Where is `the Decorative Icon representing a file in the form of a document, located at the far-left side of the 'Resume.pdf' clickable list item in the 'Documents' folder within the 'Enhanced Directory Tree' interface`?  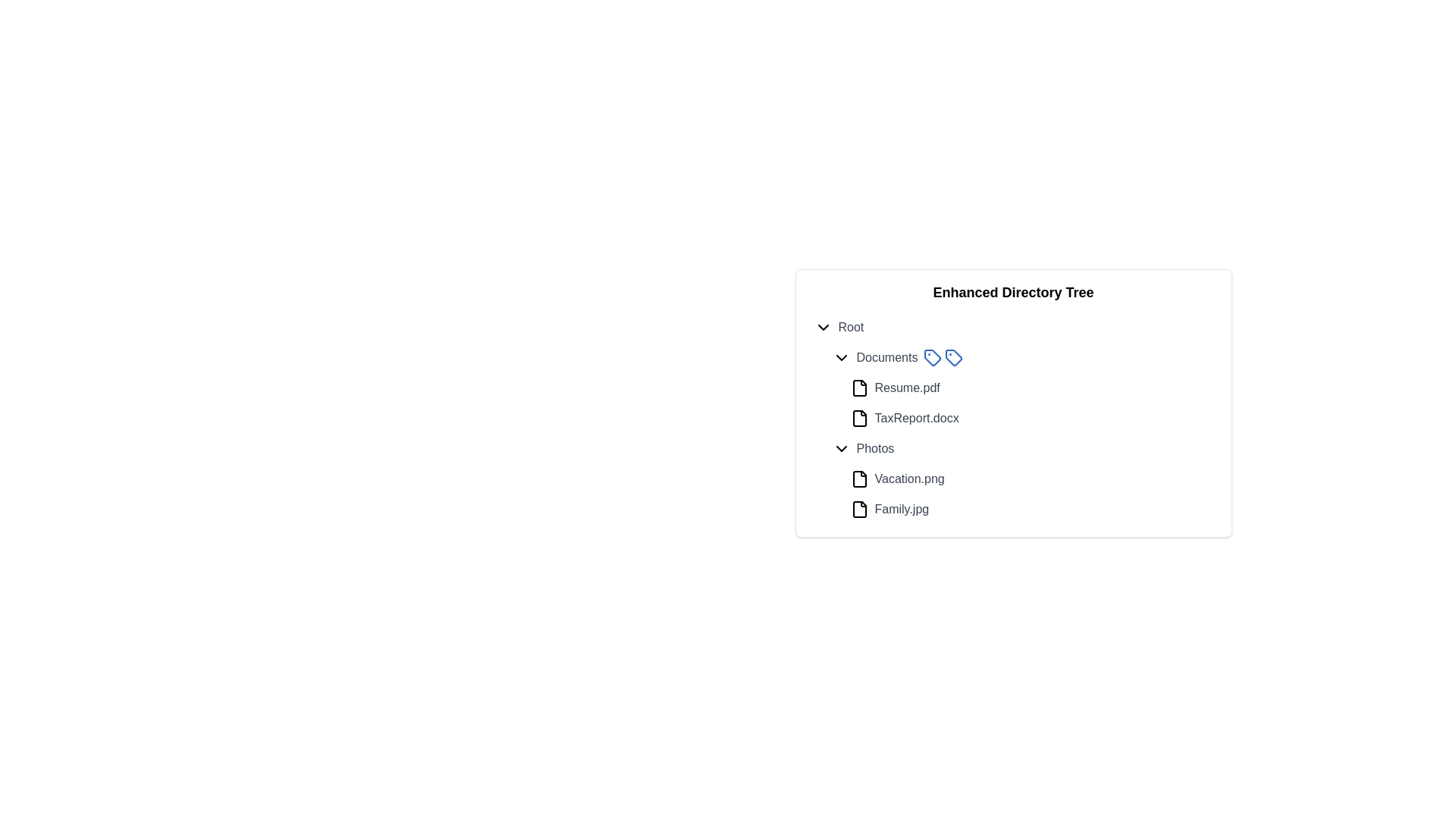
the Decorative Icon representing a file in the form of a document, located at the far-left side of the 'Resume.pdf' clickable list item in the 'Documents' folder within the 'Enhanced Directory Tree' interface is located at coordinates (859, 388).